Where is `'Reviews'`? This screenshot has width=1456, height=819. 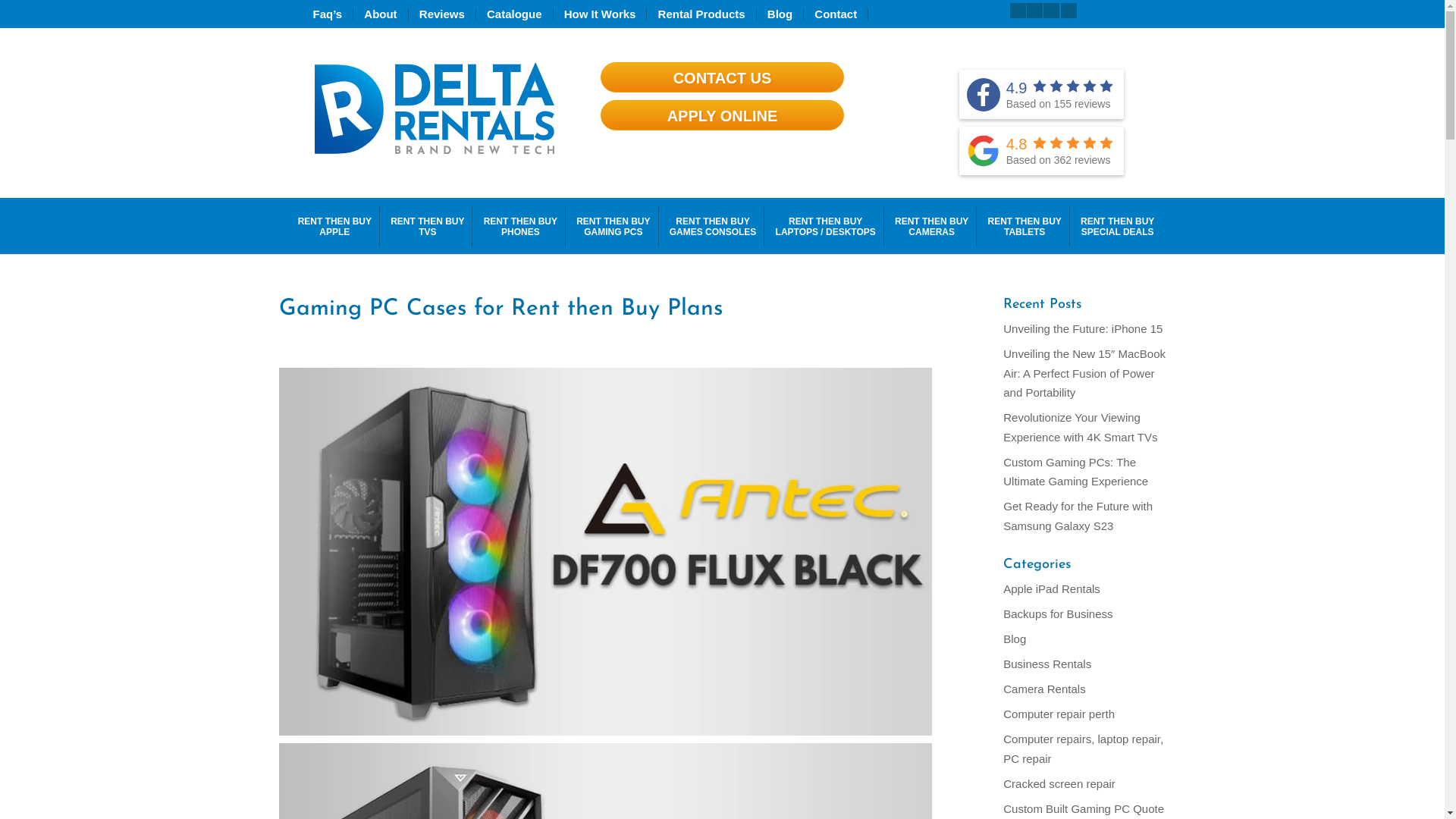
'Reviews' is located at coordinates (419, 14).